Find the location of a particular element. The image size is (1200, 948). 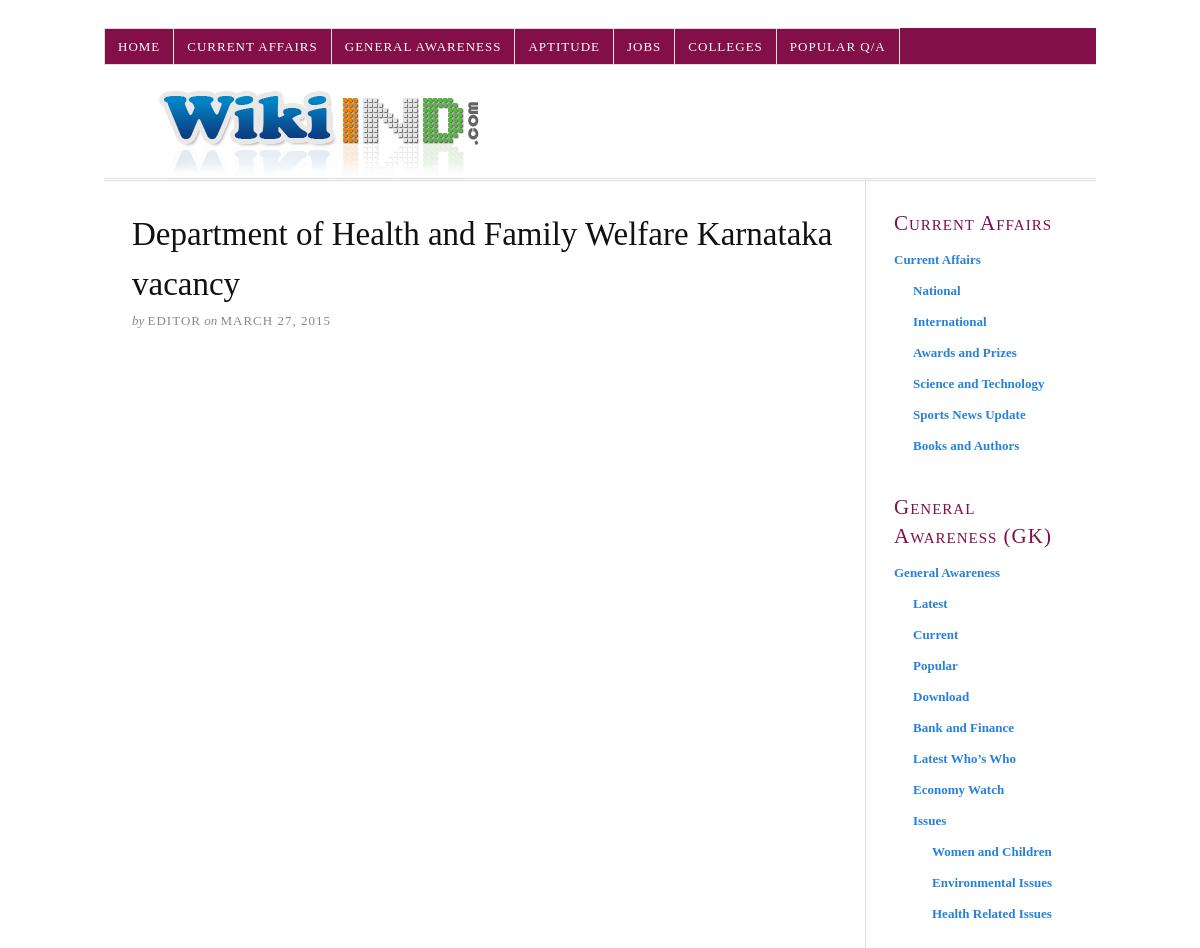

'Environmental Issues' is located at coordinates (932, 881).